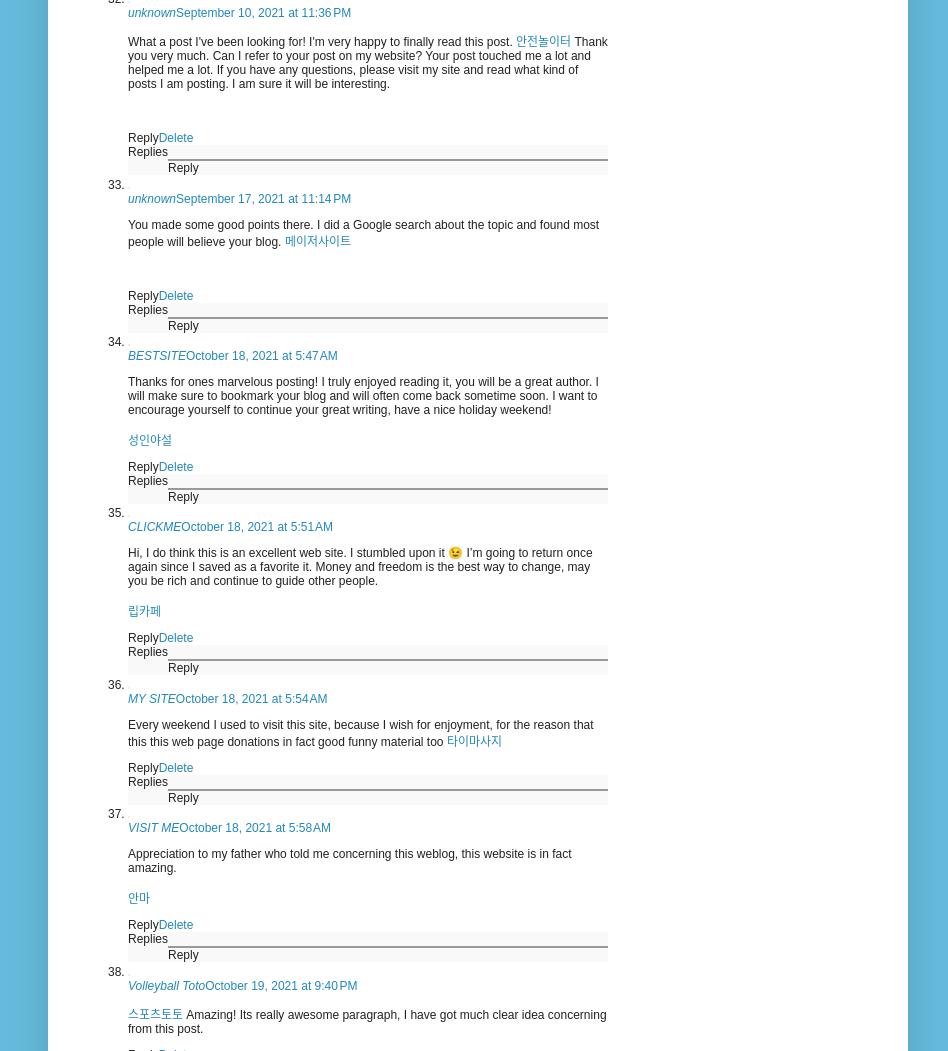 This screenshot has width=948, height=1051. What do you see at coordinates (165, 984) in the screenshot?
I see `'Volleyball Toto'` at bounding box center [165, 984].